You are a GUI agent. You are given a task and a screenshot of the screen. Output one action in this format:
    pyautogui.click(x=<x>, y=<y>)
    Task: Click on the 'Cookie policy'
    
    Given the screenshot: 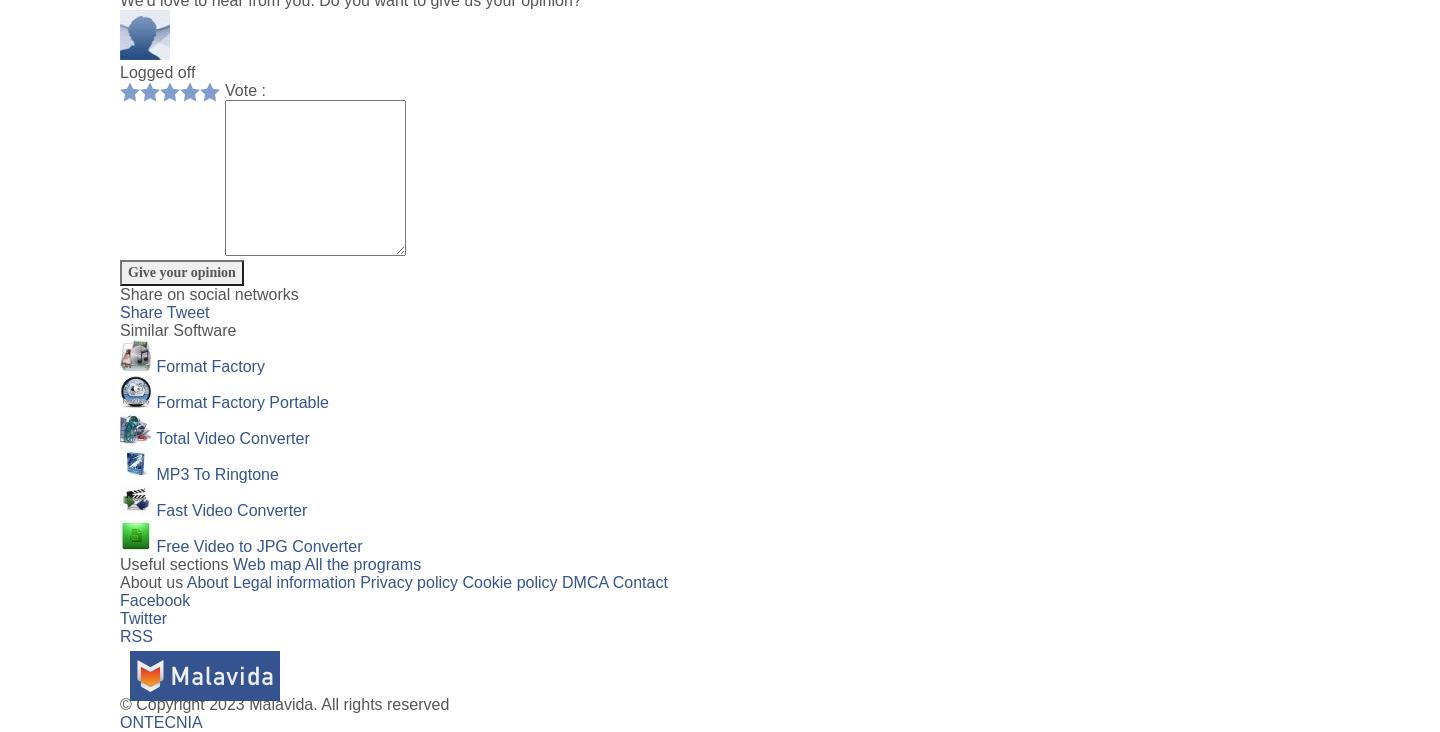 What is the action you would take?
    pyautogui.click(x=461, y=581)
    